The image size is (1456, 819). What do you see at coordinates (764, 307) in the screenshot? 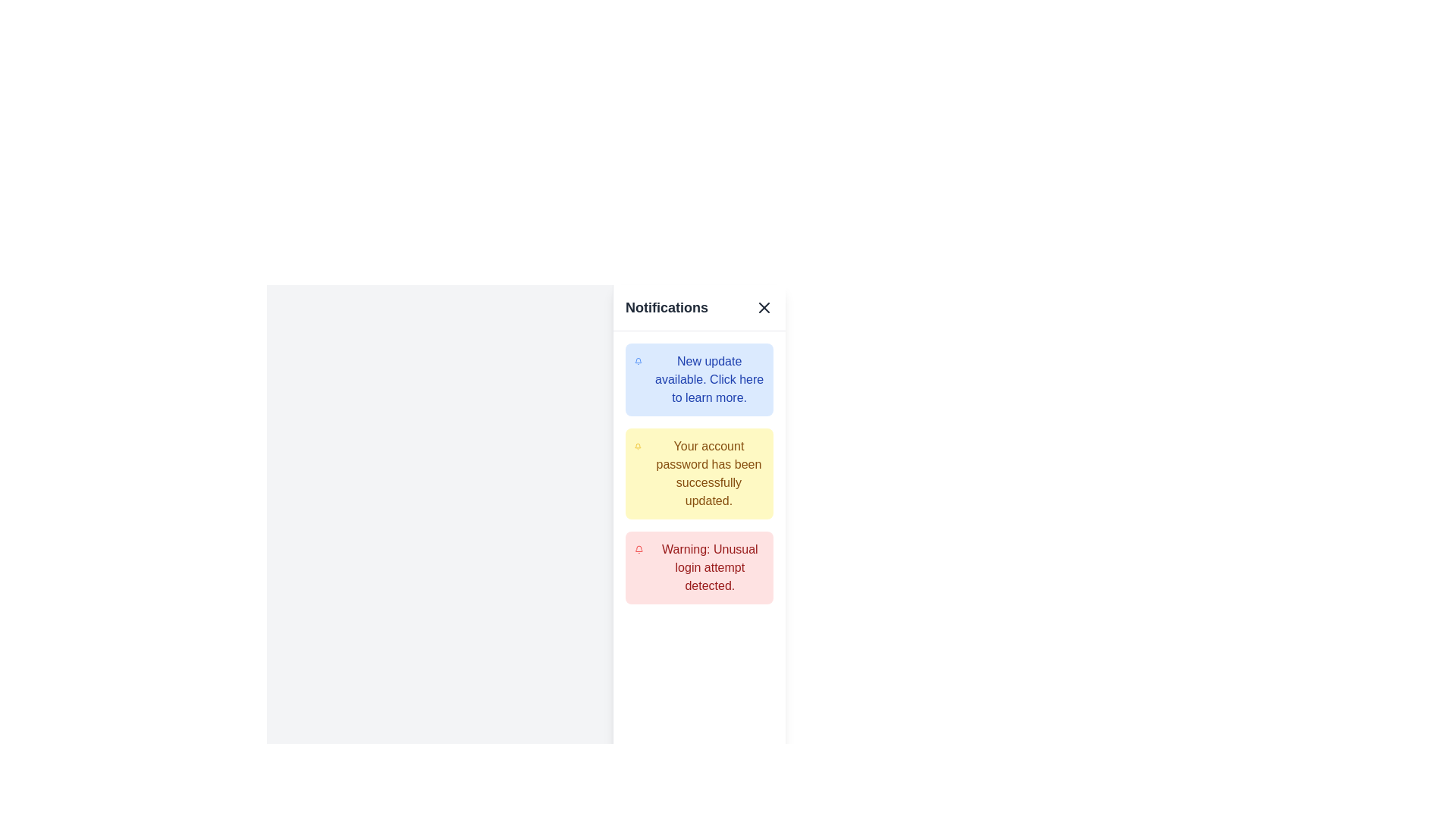
I see `the close icon button located at the top-right corner of the 'Notifications' header` at bounding box center [764, 307].